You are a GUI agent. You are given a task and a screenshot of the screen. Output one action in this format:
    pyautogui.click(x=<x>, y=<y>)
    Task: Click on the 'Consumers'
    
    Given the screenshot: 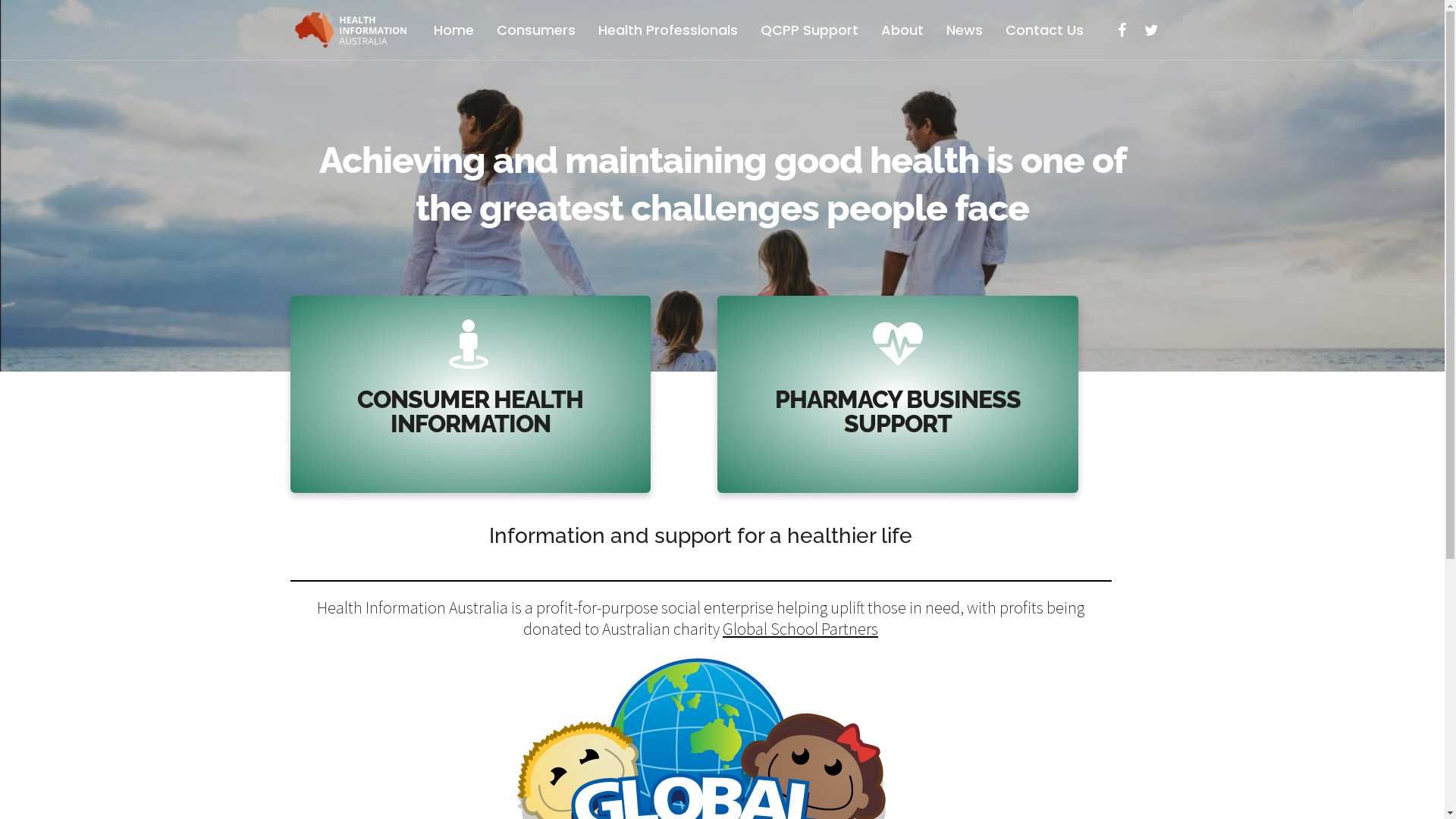 What is the action you would take?
    pyautogui.click(x=535, y=30)
    